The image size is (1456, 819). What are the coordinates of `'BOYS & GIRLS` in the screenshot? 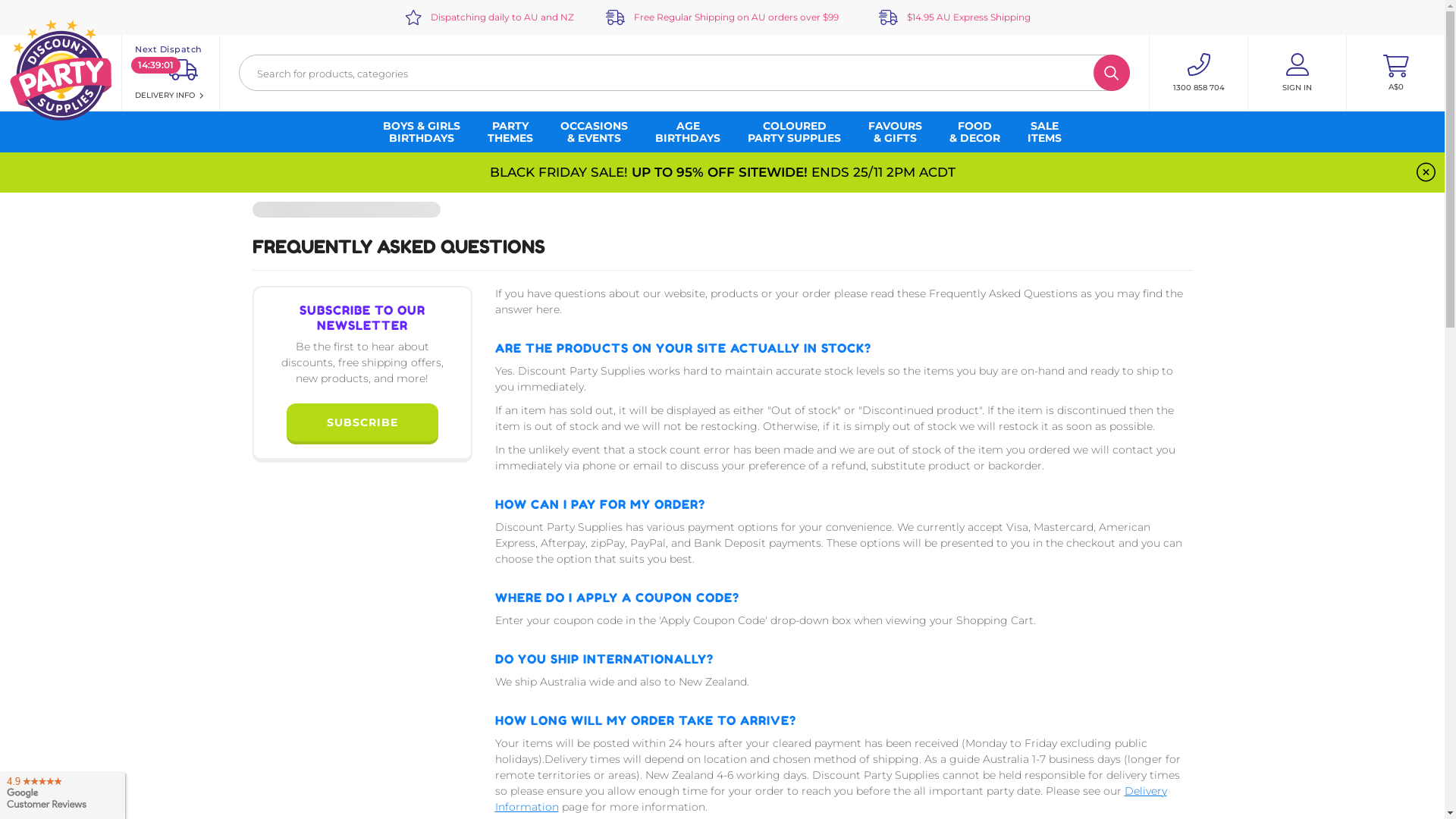 It's located at (422, 130).